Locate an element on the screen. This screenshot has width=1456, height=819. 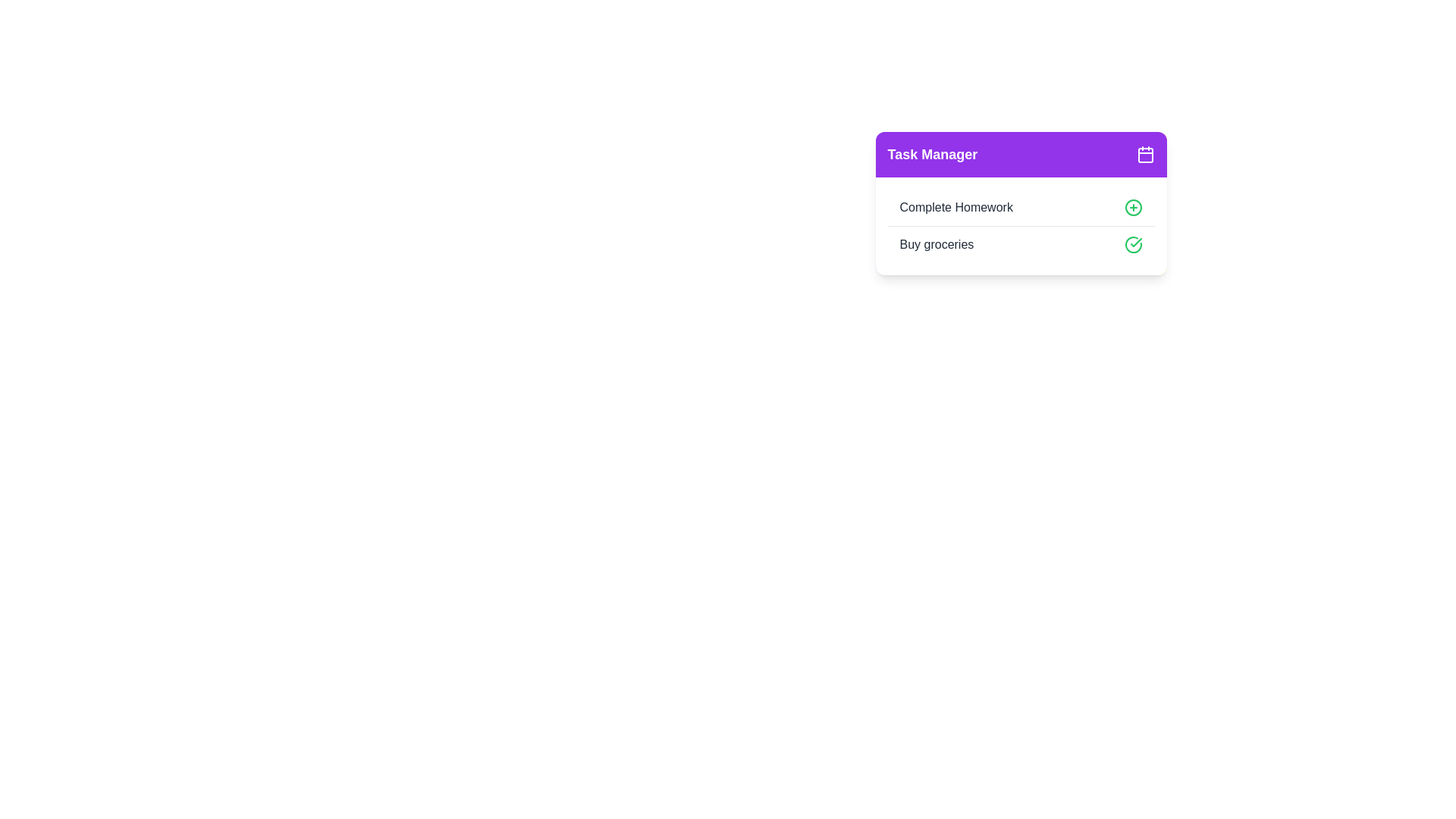
the text label that reads 'Buy groceries' is located at coordinates (936, 244).